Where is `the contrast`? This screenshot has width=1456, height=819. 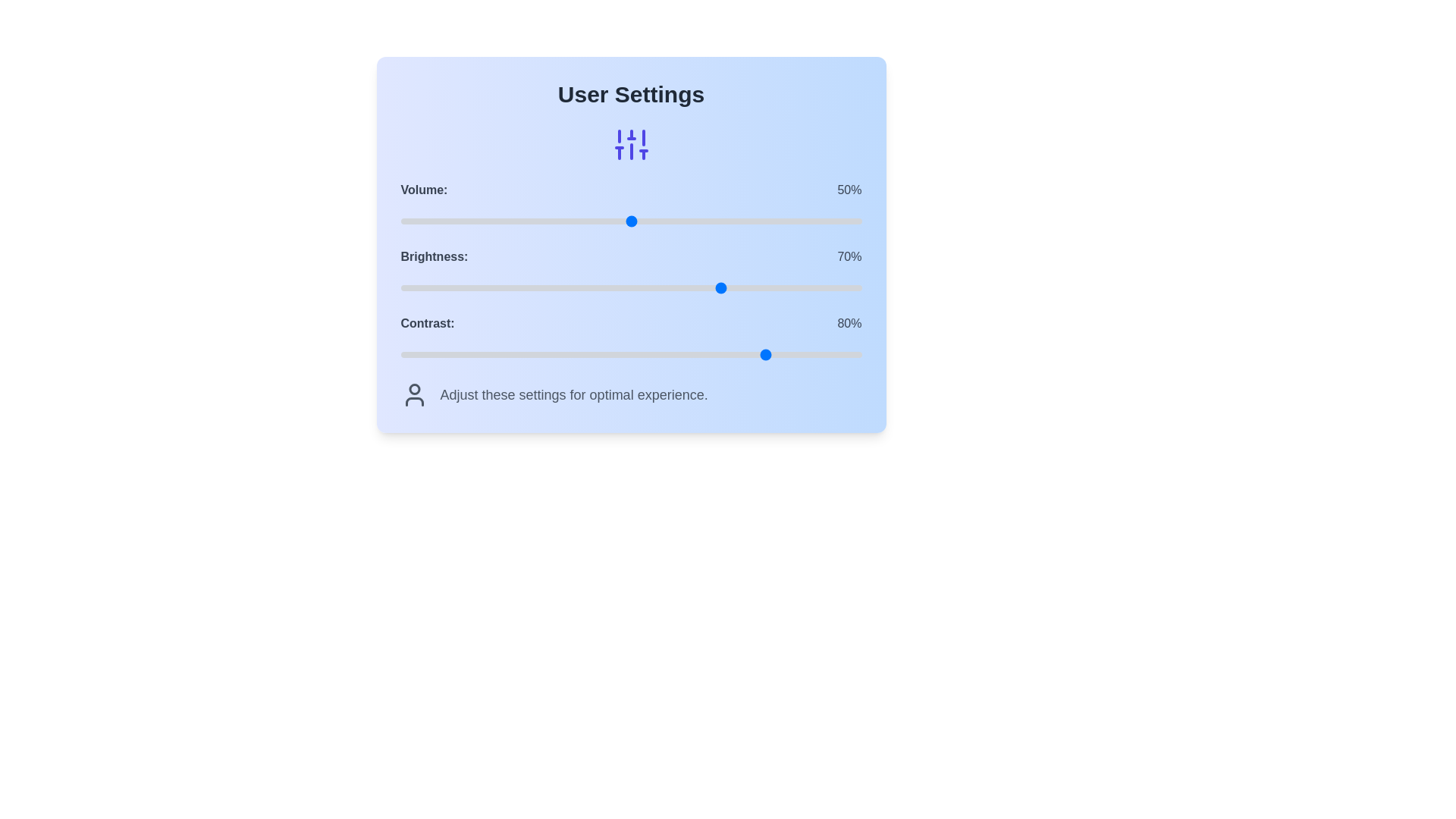 the contrast is located at coordinates (838, 354).